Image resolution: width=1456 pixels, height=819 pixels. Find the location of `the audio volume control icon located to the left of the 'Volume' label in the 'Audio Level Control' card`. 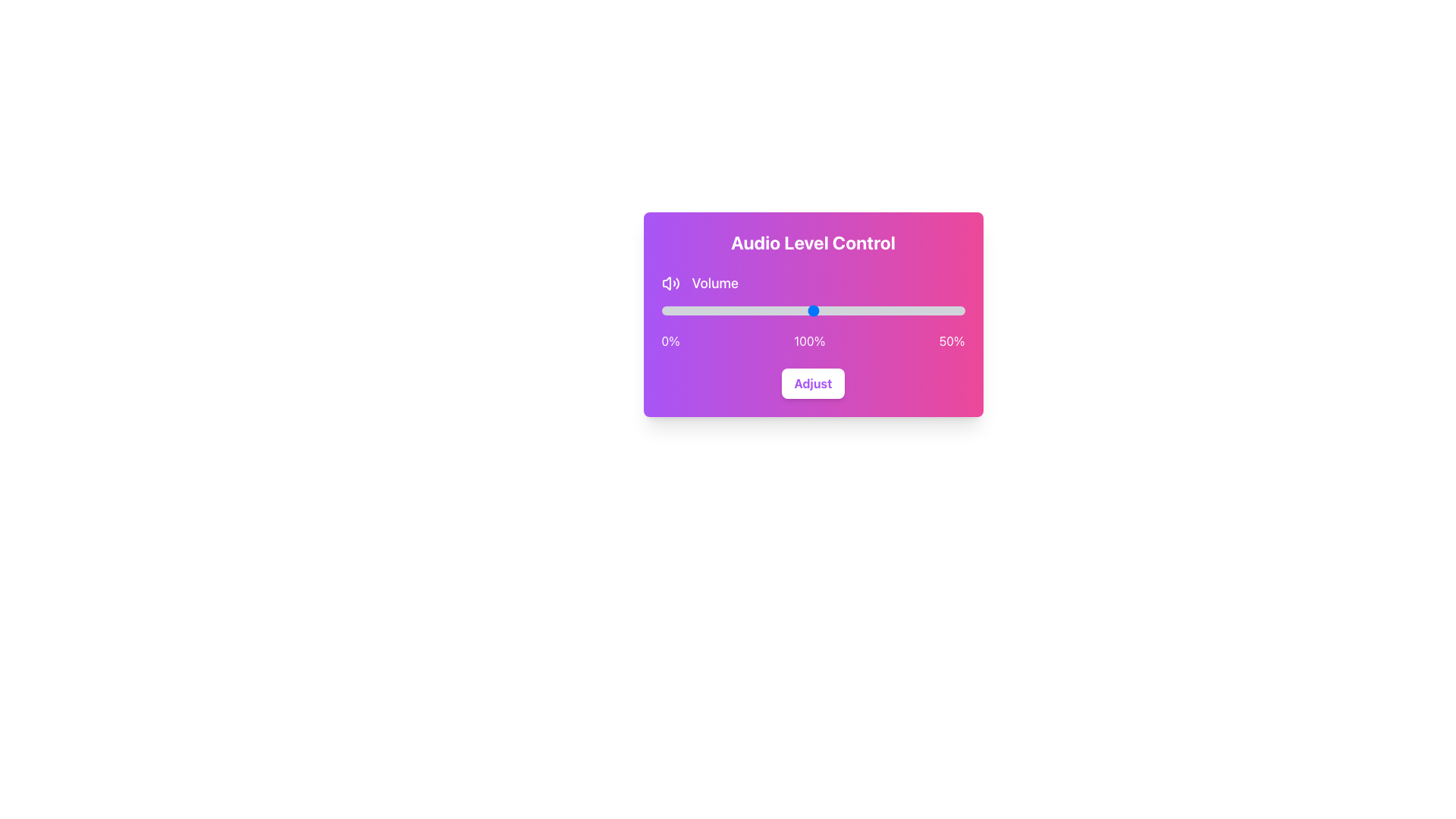

the audio volume control icon located to the left of the 'Volume' label in the 'Audio Level Control' card is located at coordinates (670, 284).